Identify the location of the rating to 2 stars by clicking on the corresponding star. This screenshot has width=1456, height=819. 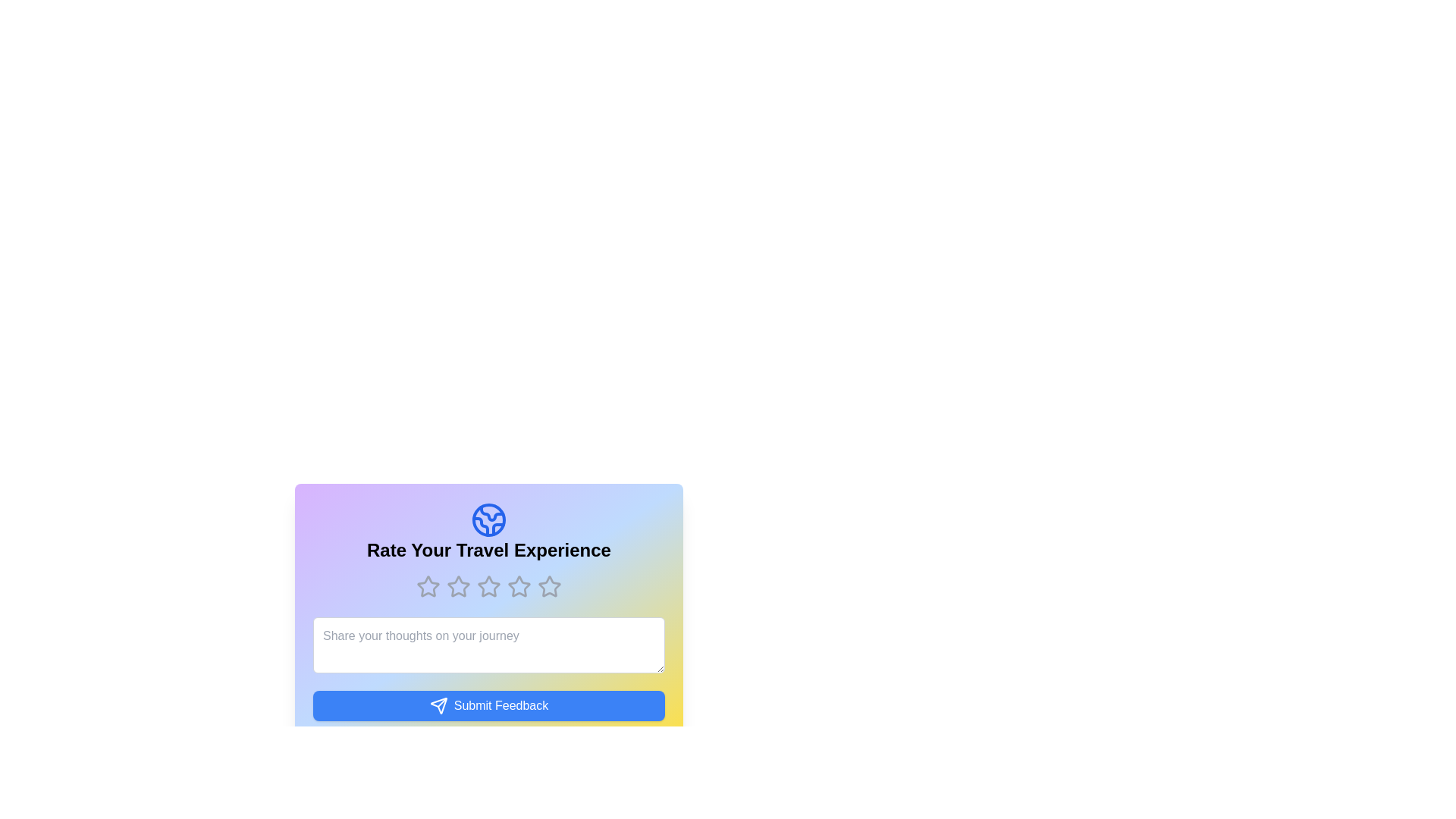
(457, 586).